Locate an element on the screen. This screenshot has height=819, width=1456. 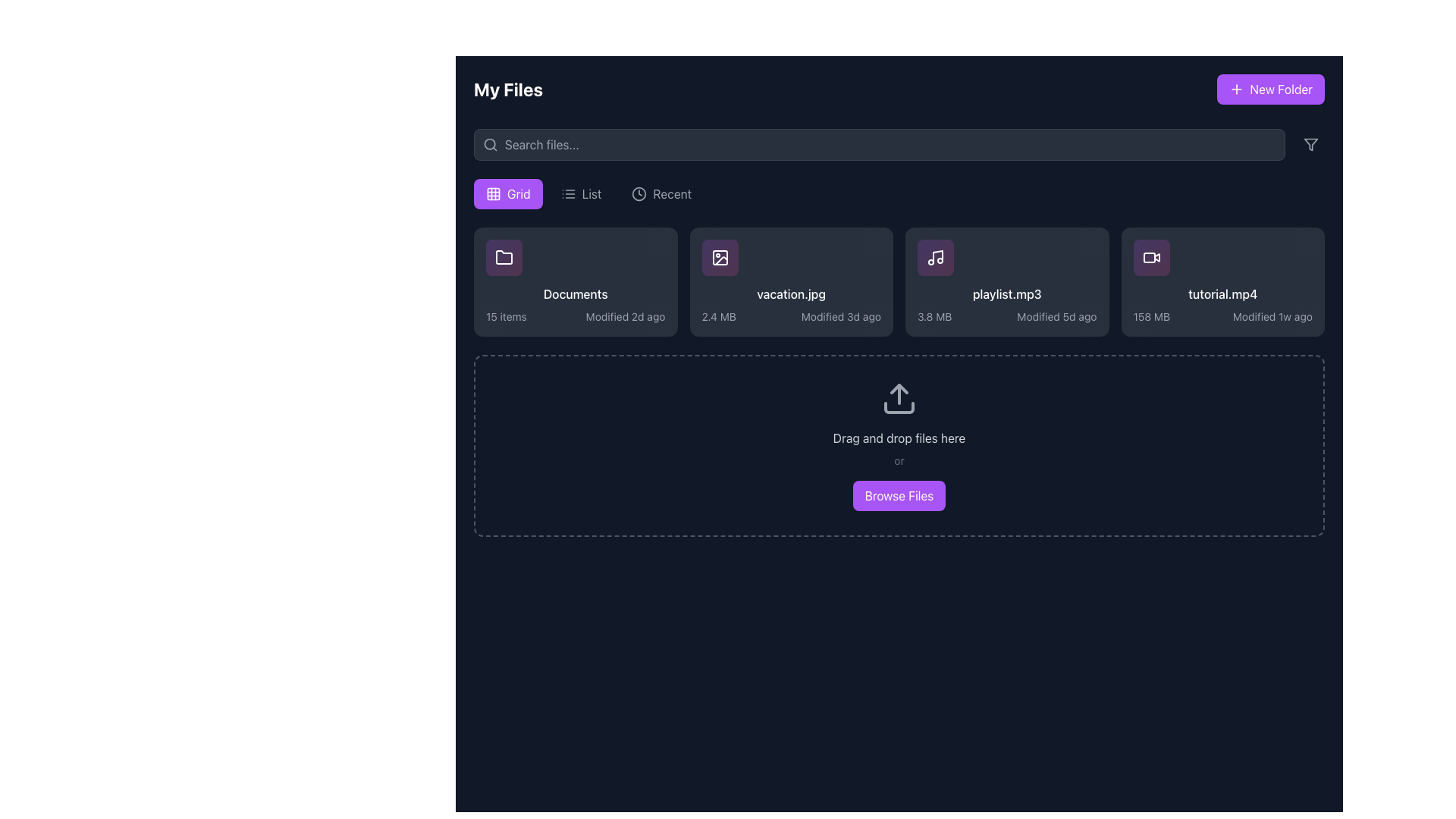
the triangular-shaped icon representing the top of a funnel, which is located in the top-right corner of the interface near the 'New Folder' button is located at coordinates (1310, 145).